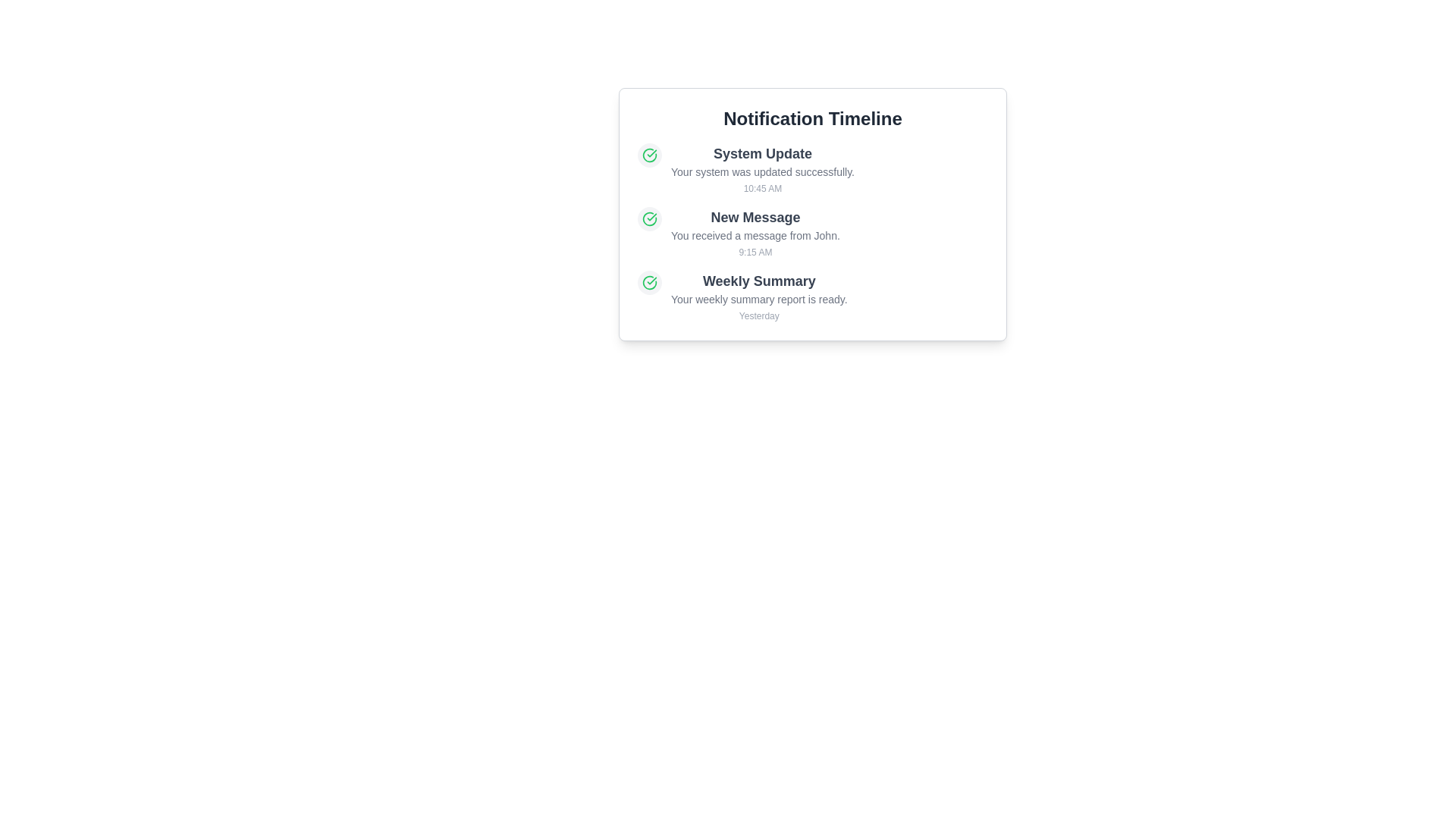  What do you see at coordinates (755, 251) in the screenshot?
I see `text element displaying '9:15 AM', which is styled in gray and positioned below 'You received a message from John.'` at bounding box center [755, 251].